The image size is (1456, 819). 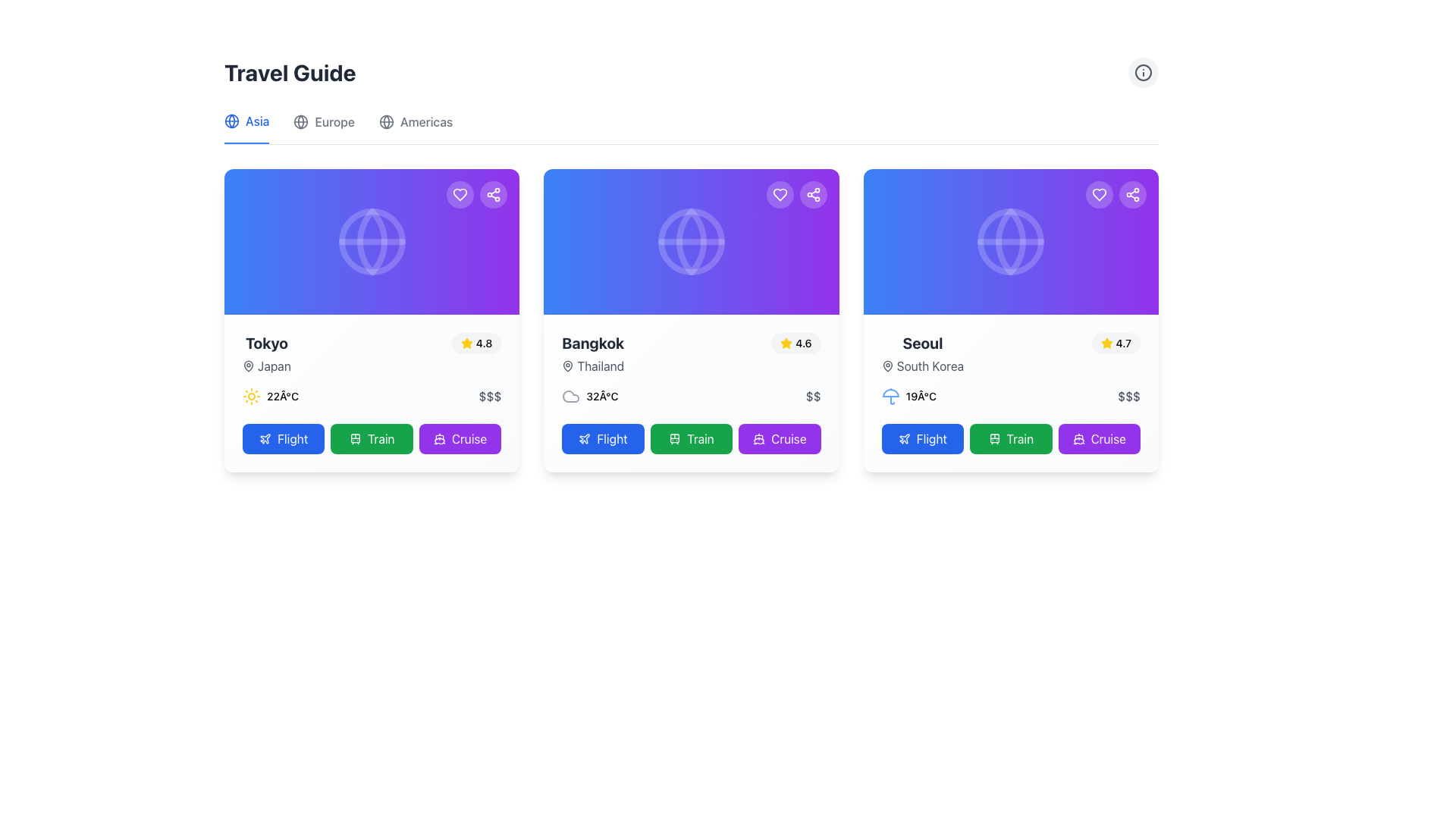 What do you see at coordinates (674, 438) in the screenshot?
I see `the train mode icon located to the left of the 'Train' button text in the second travel card titled 'Bangkok' for its symbolic value` at bounding box center [674, 438].